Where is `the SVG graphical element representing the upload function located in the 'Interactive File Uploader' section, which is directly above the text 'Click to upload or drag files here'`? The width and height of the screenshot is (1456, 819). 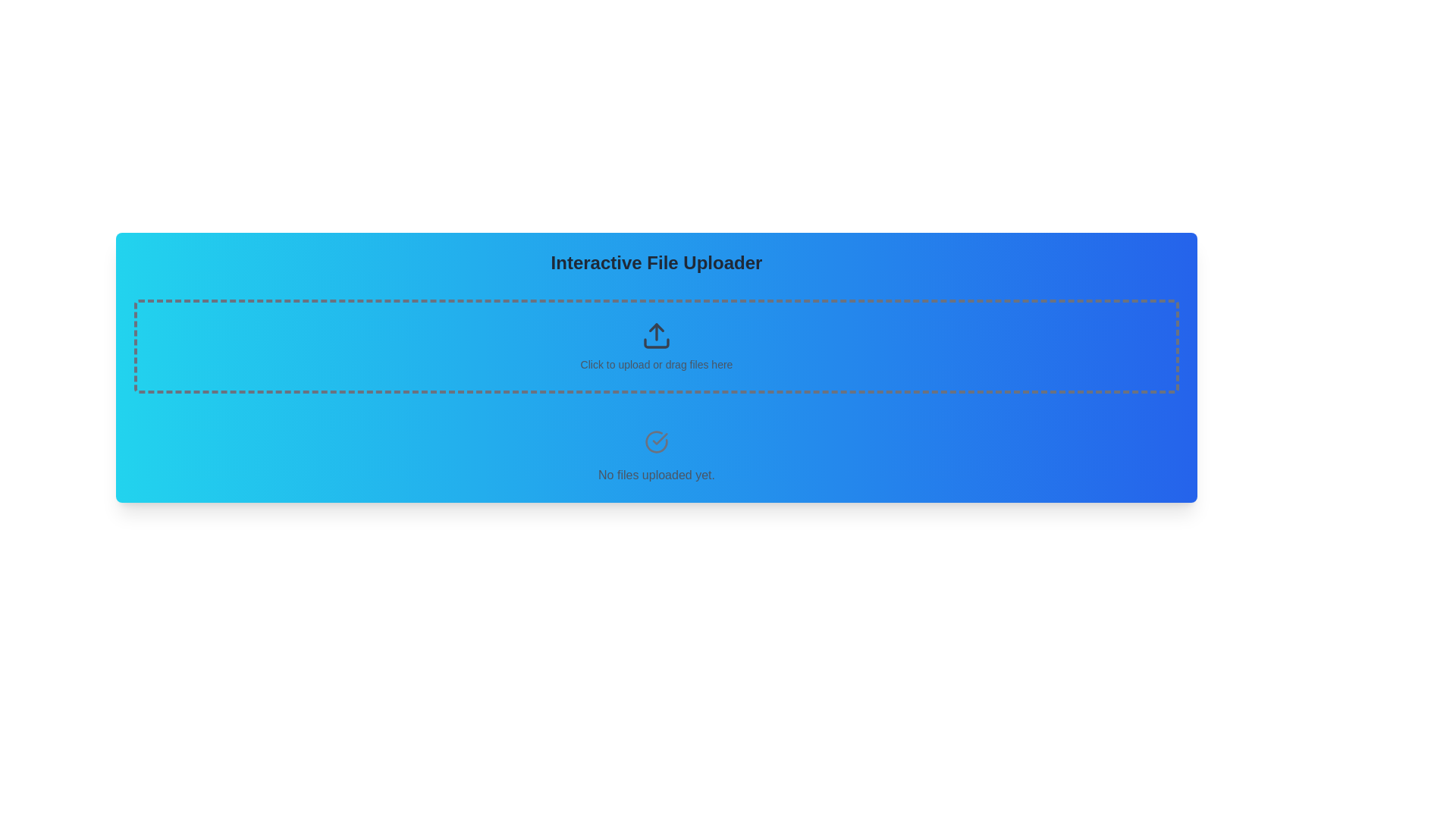 the SVG graphical element representing the upload function located in the 'Interactive File Uploader' section, which is directly above the text 'Click to upload or drag files here' is located at coordinates (656, 327).